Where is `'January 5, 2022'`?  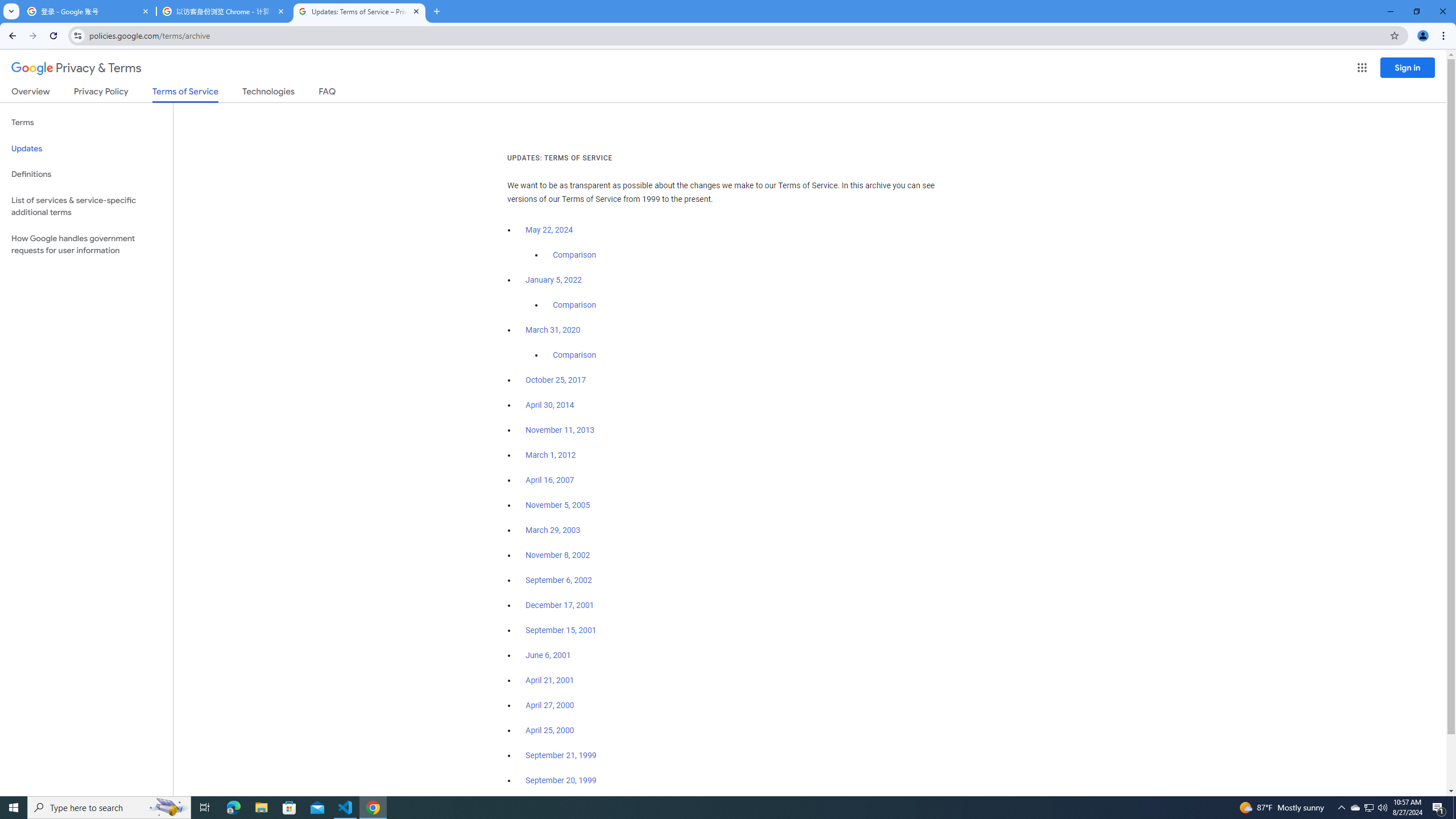
'January 5, 2022' is located at coordinates (554, 280).